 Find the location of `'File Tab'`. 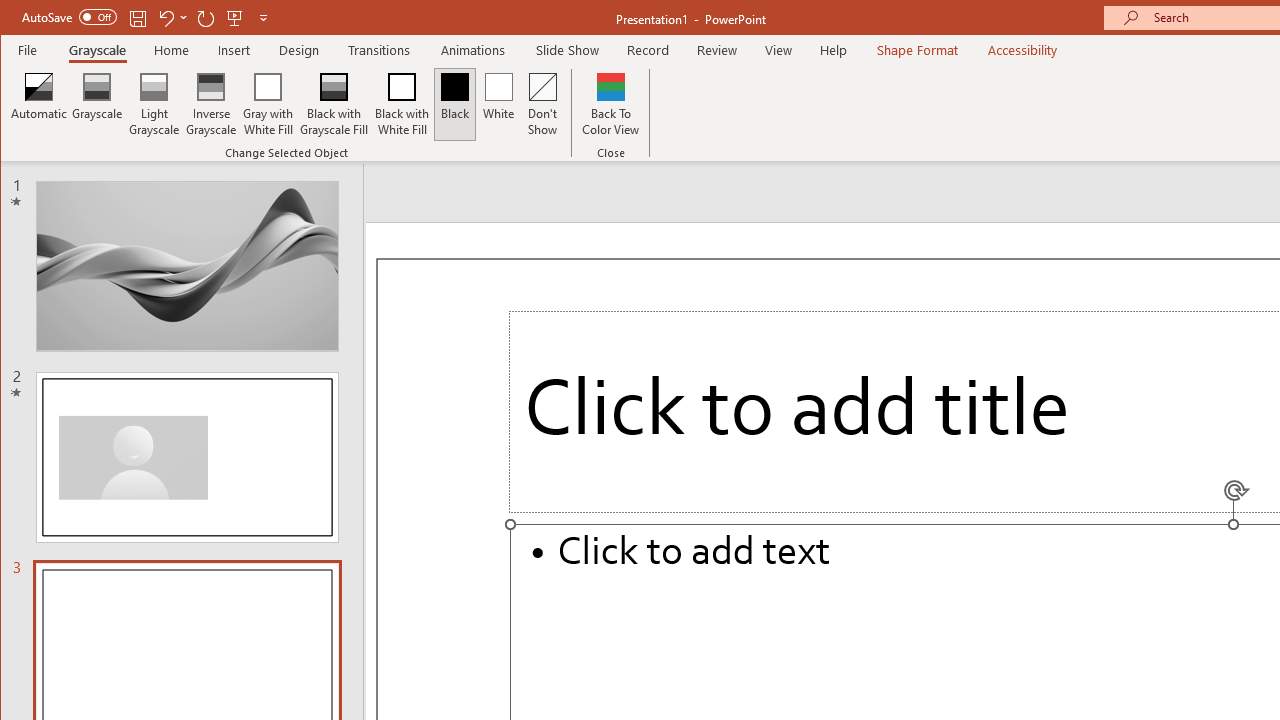

'File Tab' is located at coordinates (28, 49).